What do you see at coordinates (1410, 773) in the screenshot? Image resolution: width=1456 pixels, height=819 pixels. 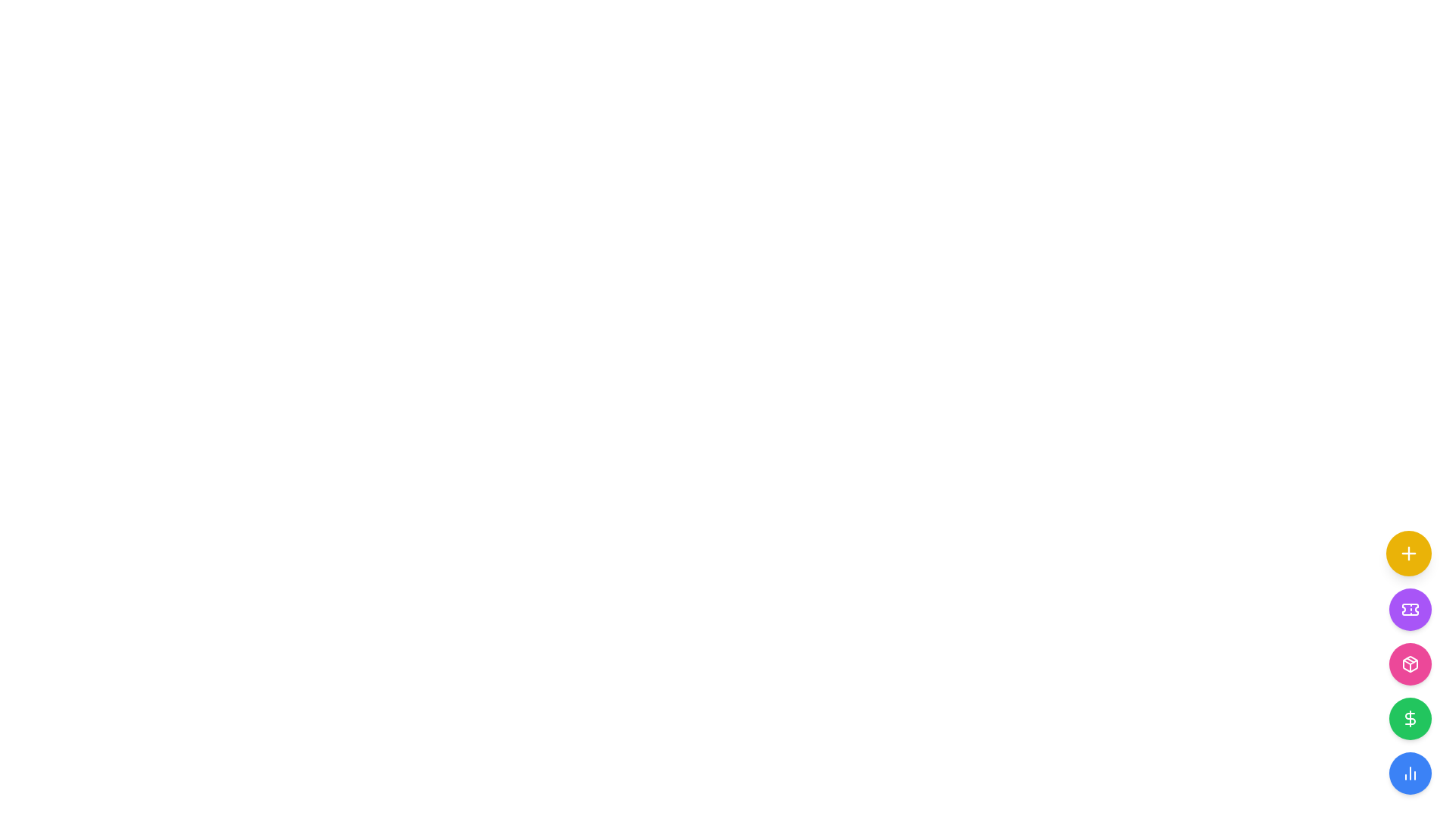 I see `the round blue button with a white bar chart icon at the center` at bounding box center [1410, 773].